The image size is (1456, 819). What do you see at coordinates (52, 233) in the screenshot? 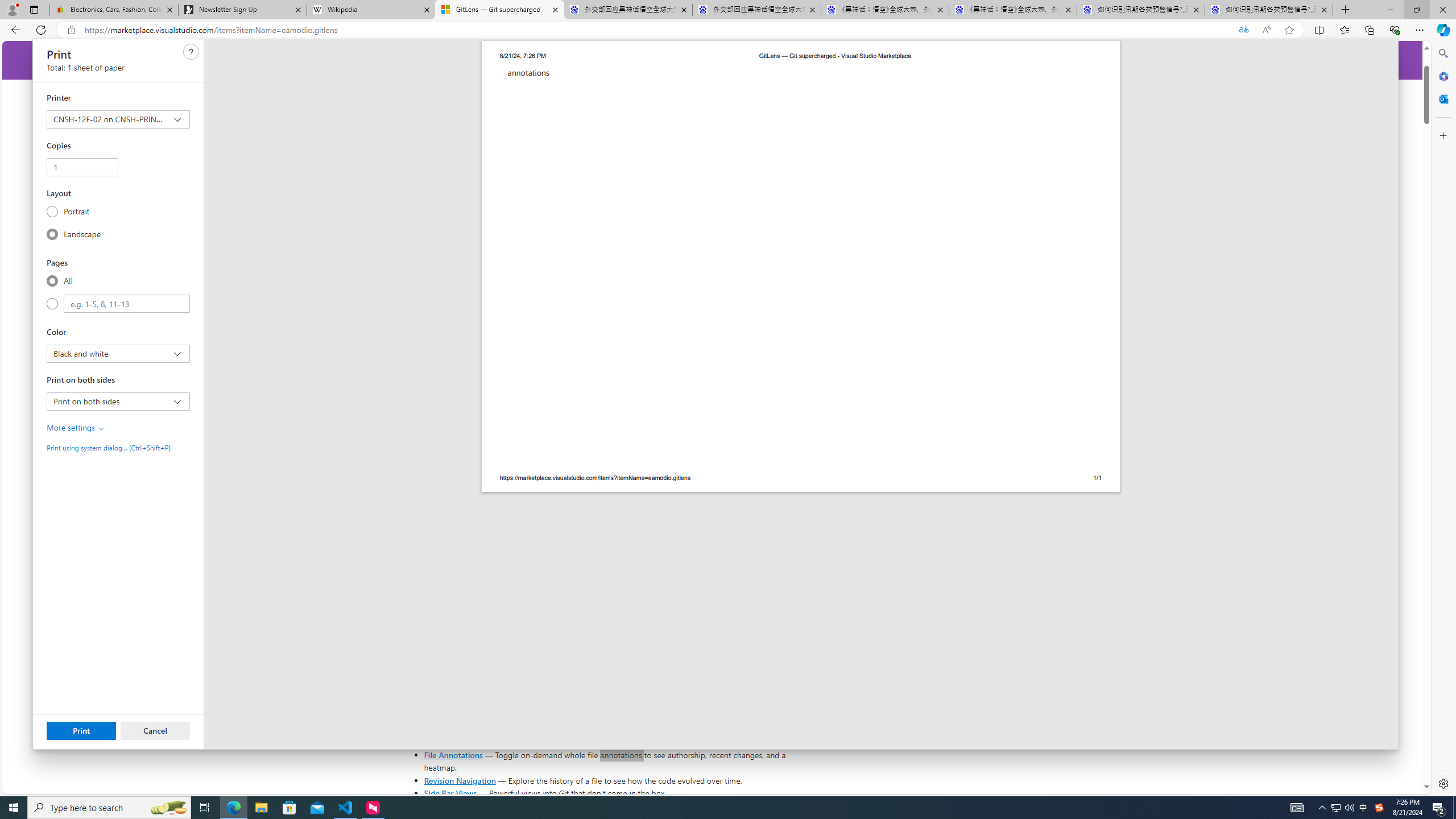
I see `'Landscape'` at bounding box center [52, 233].